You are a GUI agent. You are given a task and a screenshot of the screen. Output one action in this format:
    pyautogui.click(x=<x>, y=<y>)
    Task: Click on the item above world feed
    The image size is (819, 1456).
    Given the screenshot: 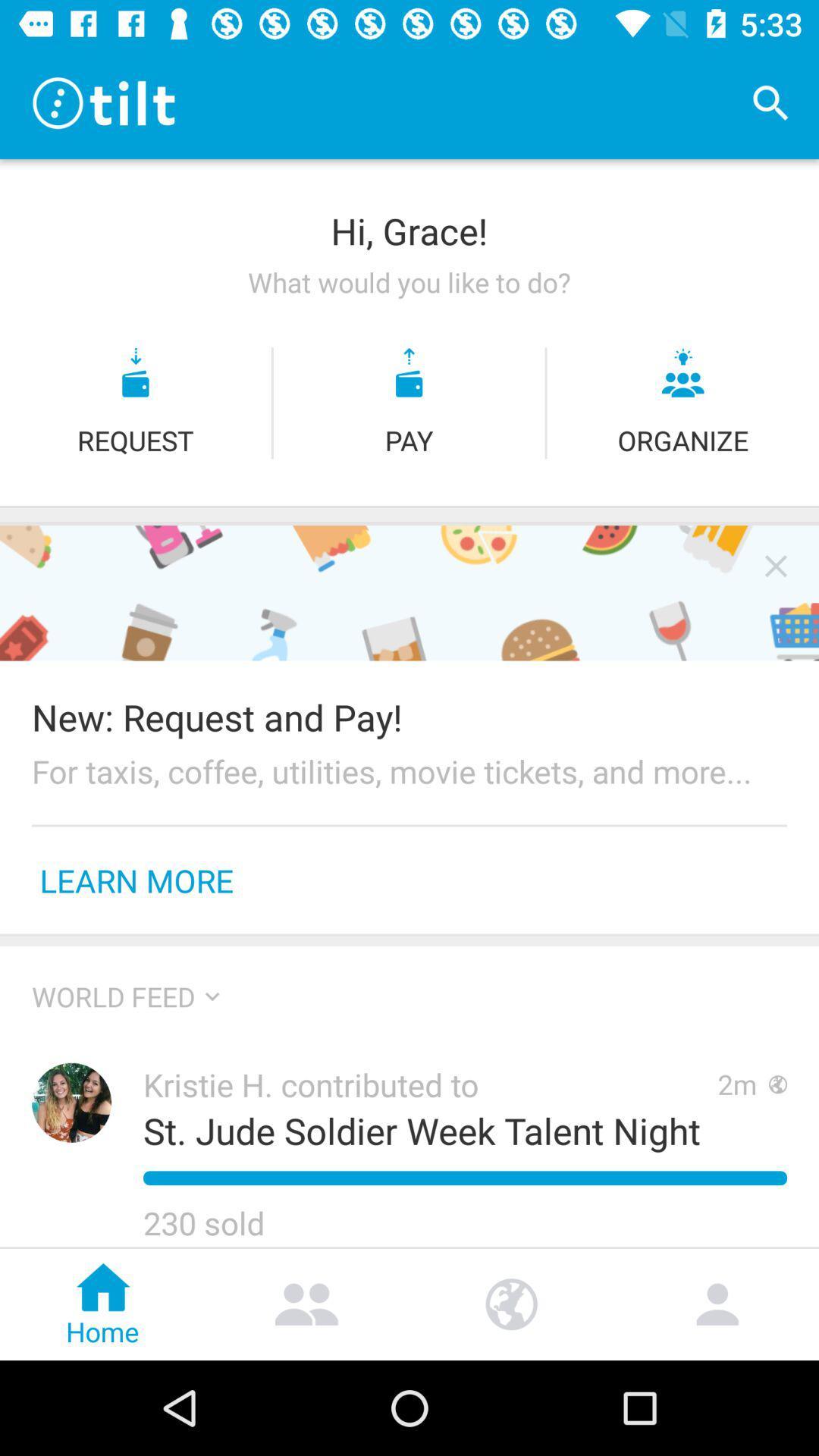 What is the action you would take?
    pyautogui.click(x=409, y=940)
    